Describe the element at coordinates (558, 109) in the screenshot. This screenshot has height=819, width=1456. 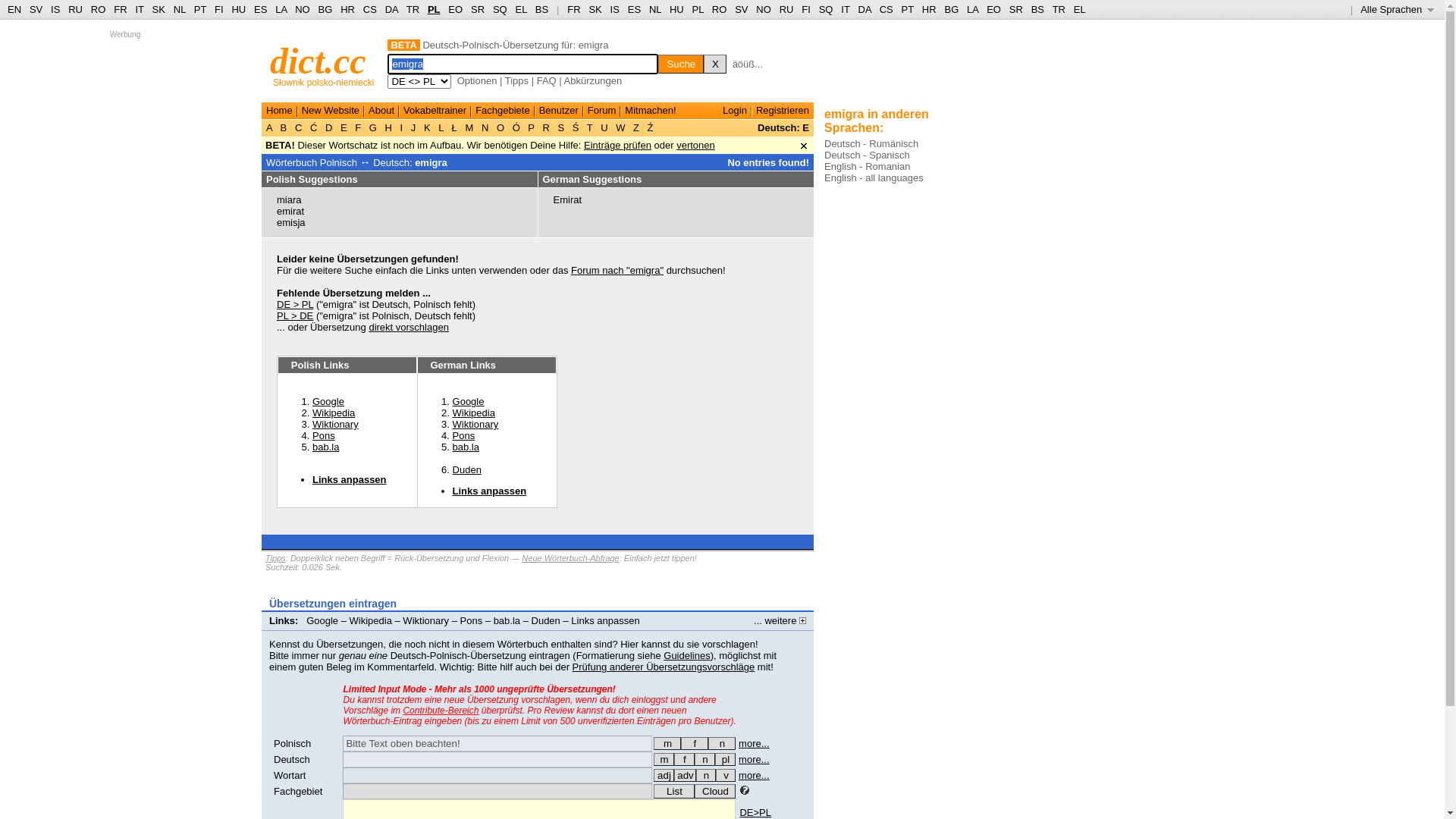
I see `'Benutzer'` at that location.